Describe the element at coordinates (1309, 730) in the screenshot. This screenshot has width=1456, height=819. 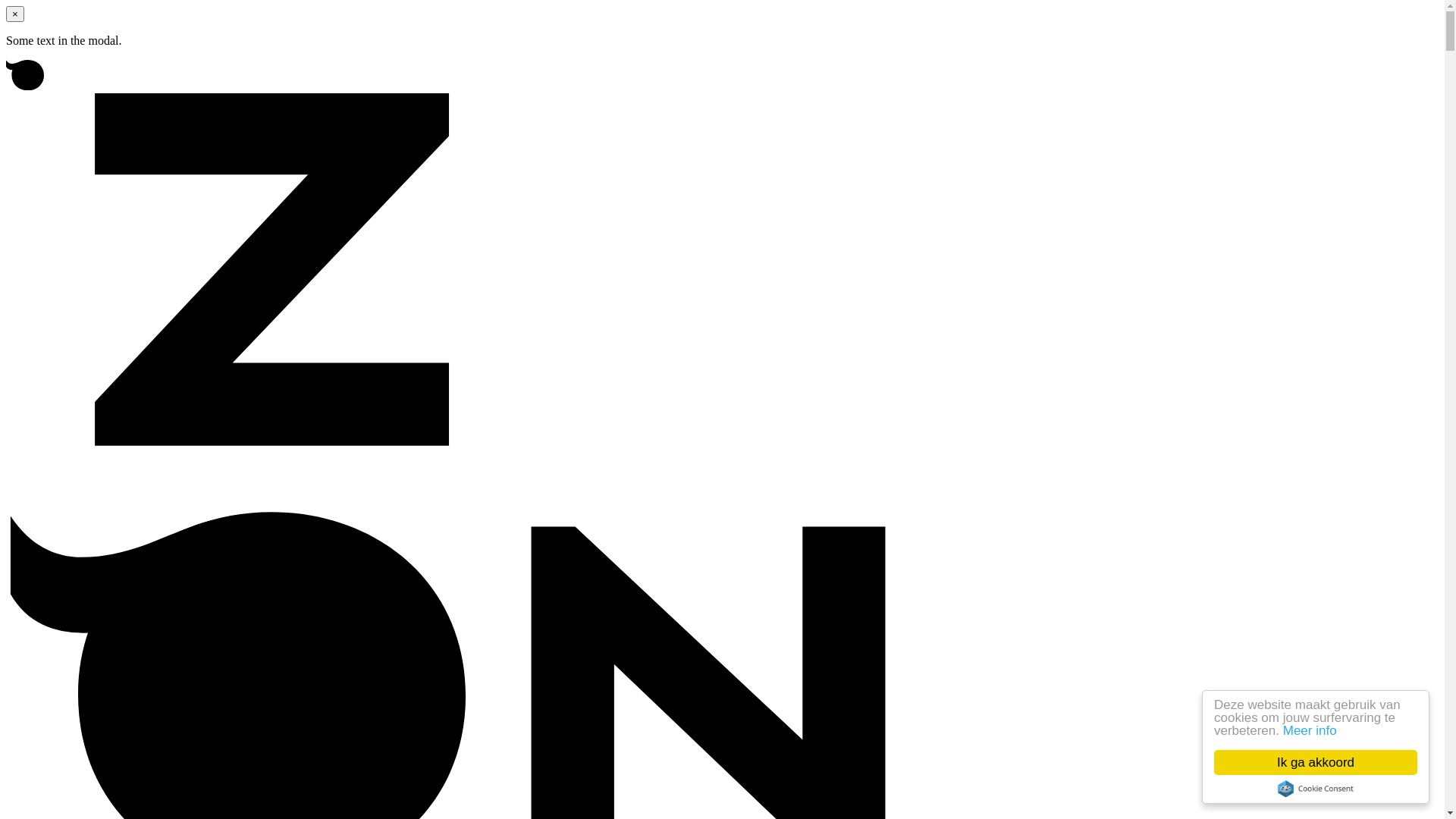
I see `'Meer info'` at that location.